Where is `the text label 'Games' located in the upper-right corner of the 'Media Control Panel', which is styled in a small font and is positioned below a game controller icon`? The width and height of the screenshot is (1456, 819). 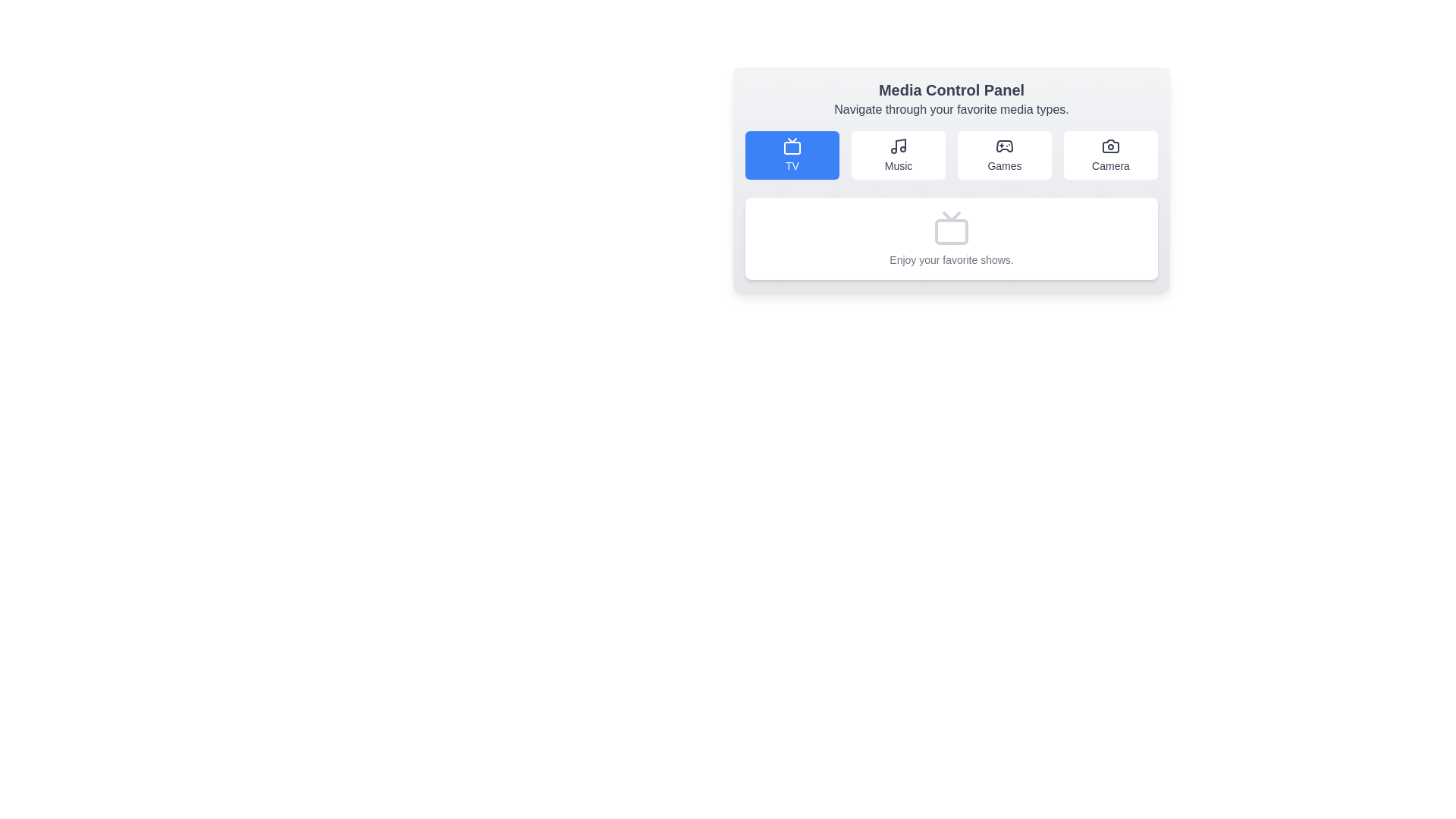 the text label 'Games' located in the upper-right corner of the 'Media Control Panel', which is styled in a small font and is positioned below a game controller icon is located at coordinates (1004, 166).